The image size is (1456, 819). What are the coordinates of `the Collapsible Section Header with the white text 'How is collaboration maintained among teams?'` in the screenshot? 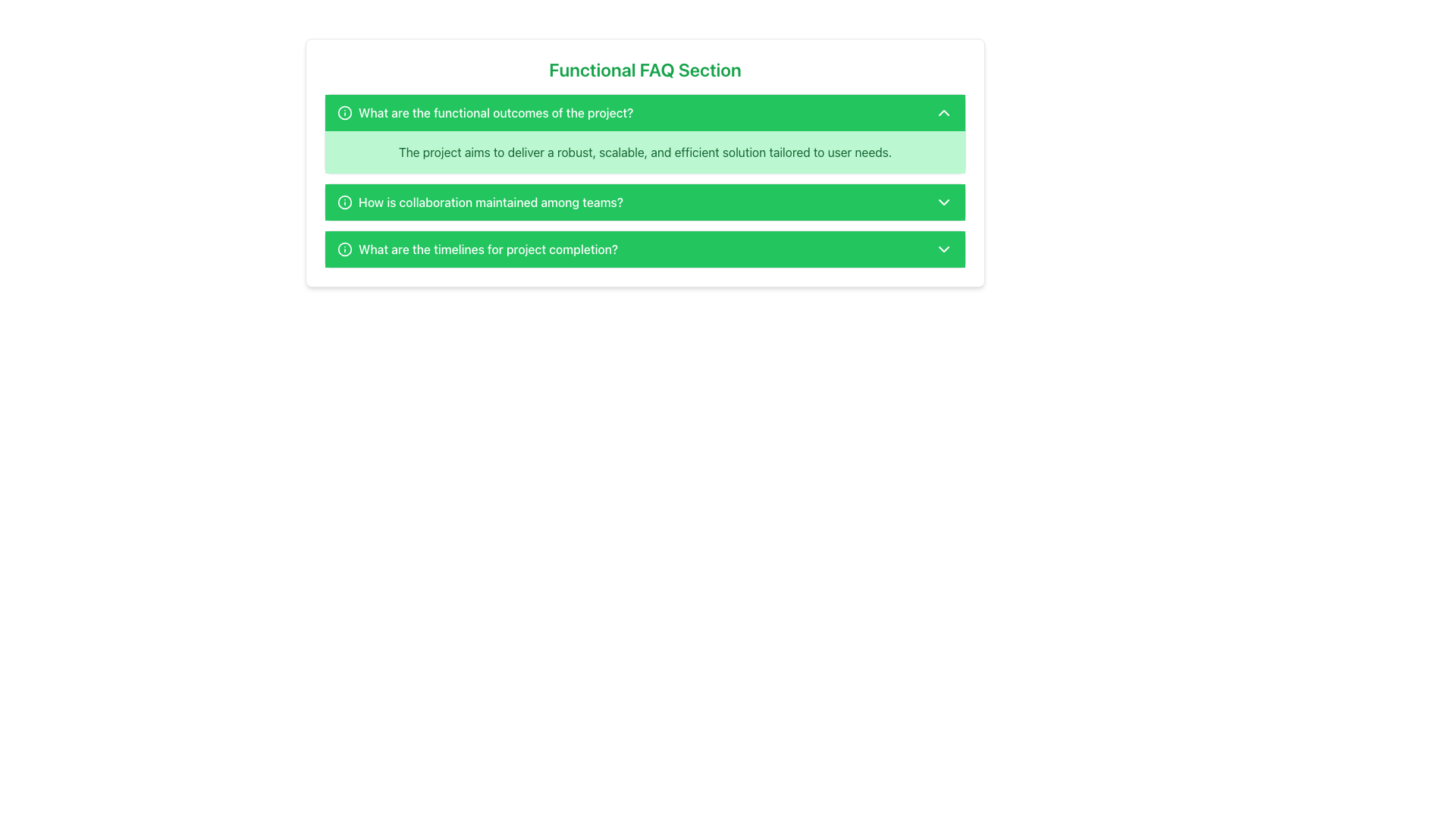 It's located at (645, 201).